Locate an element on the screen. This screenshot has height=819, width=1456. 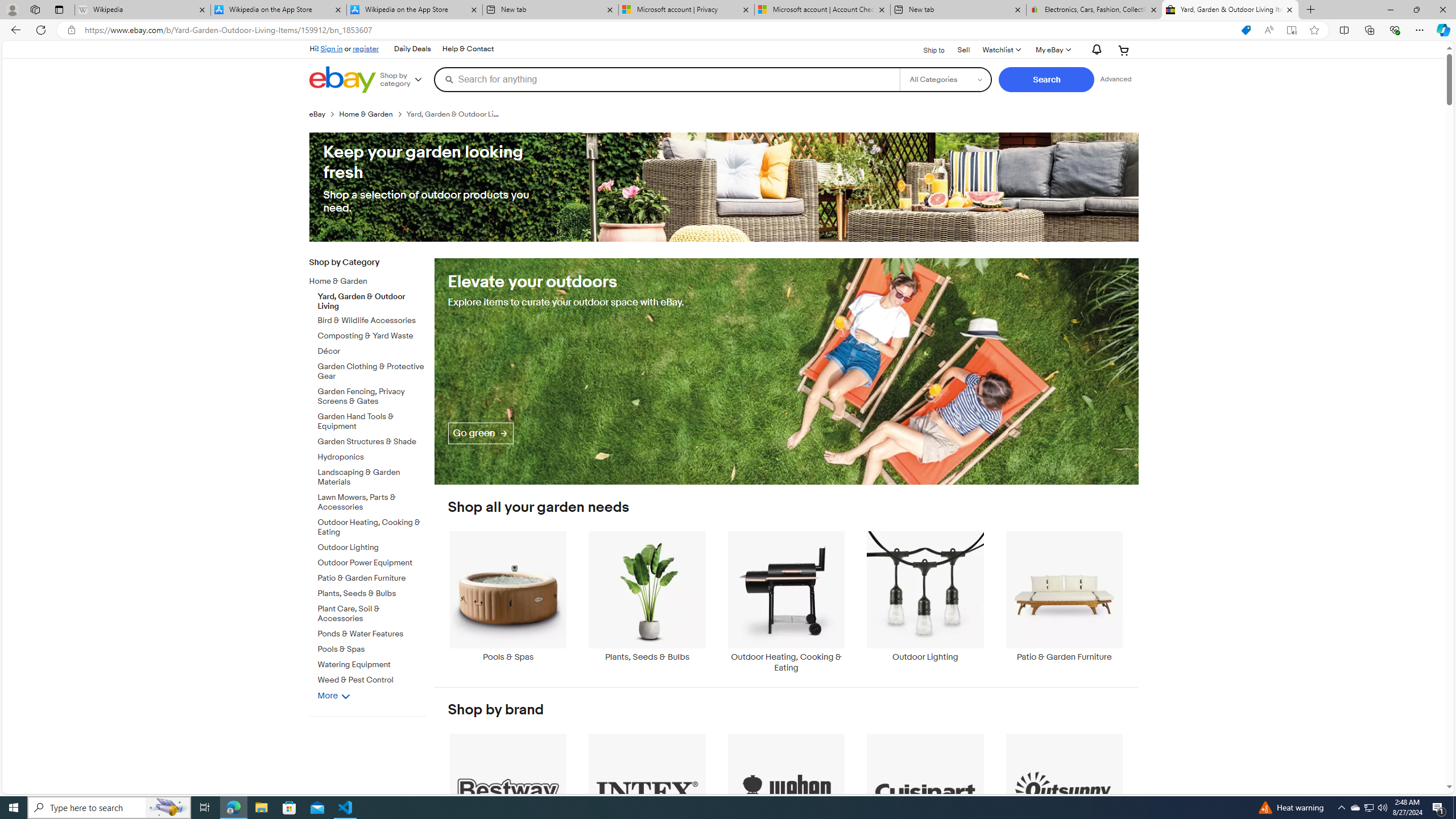
'Garden Hand Tools & Equipment' is located at coordinates (371, 419).